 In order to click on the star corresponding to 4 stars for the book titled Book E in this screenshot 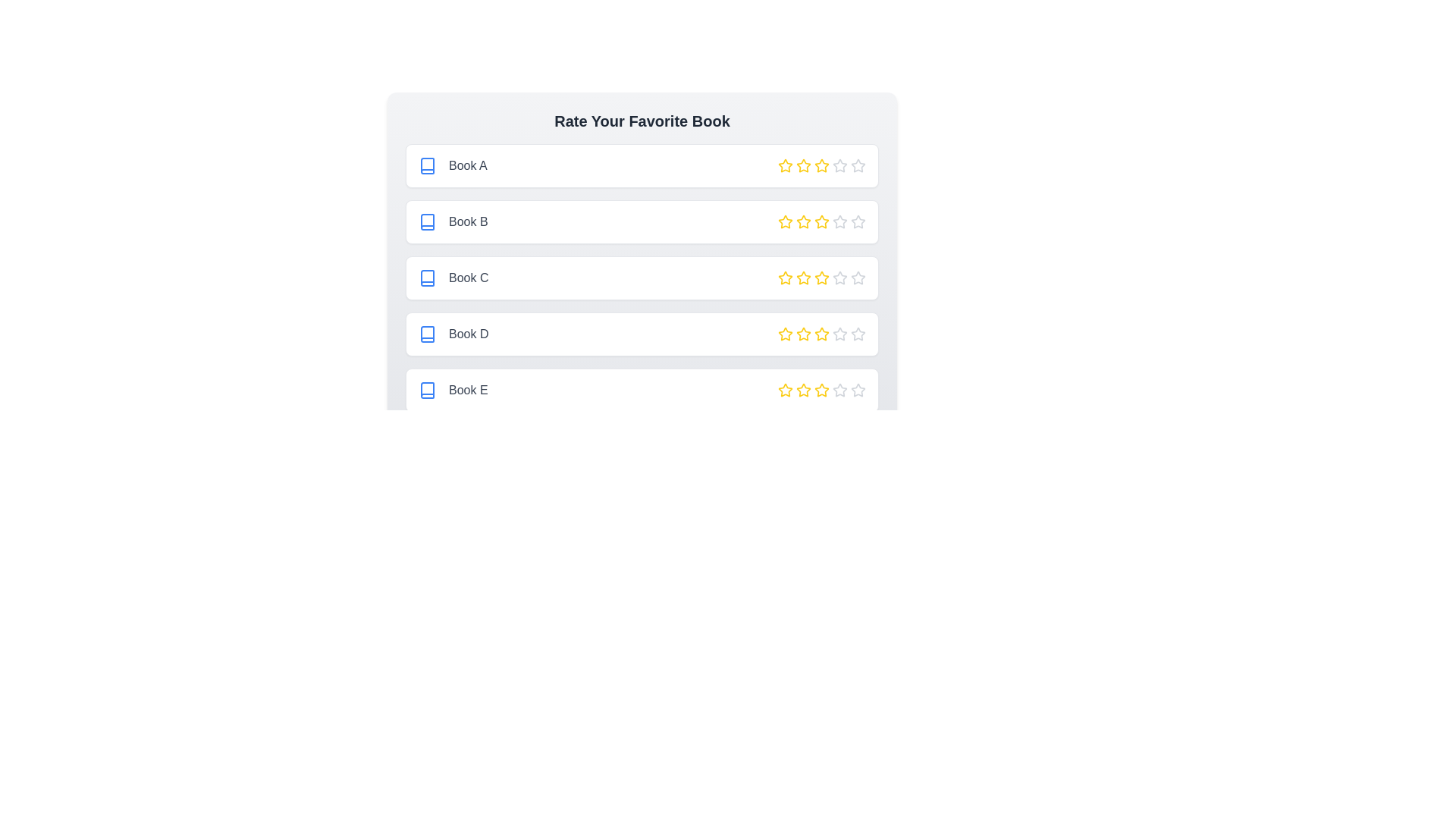, I will do `click(839, 390)`.